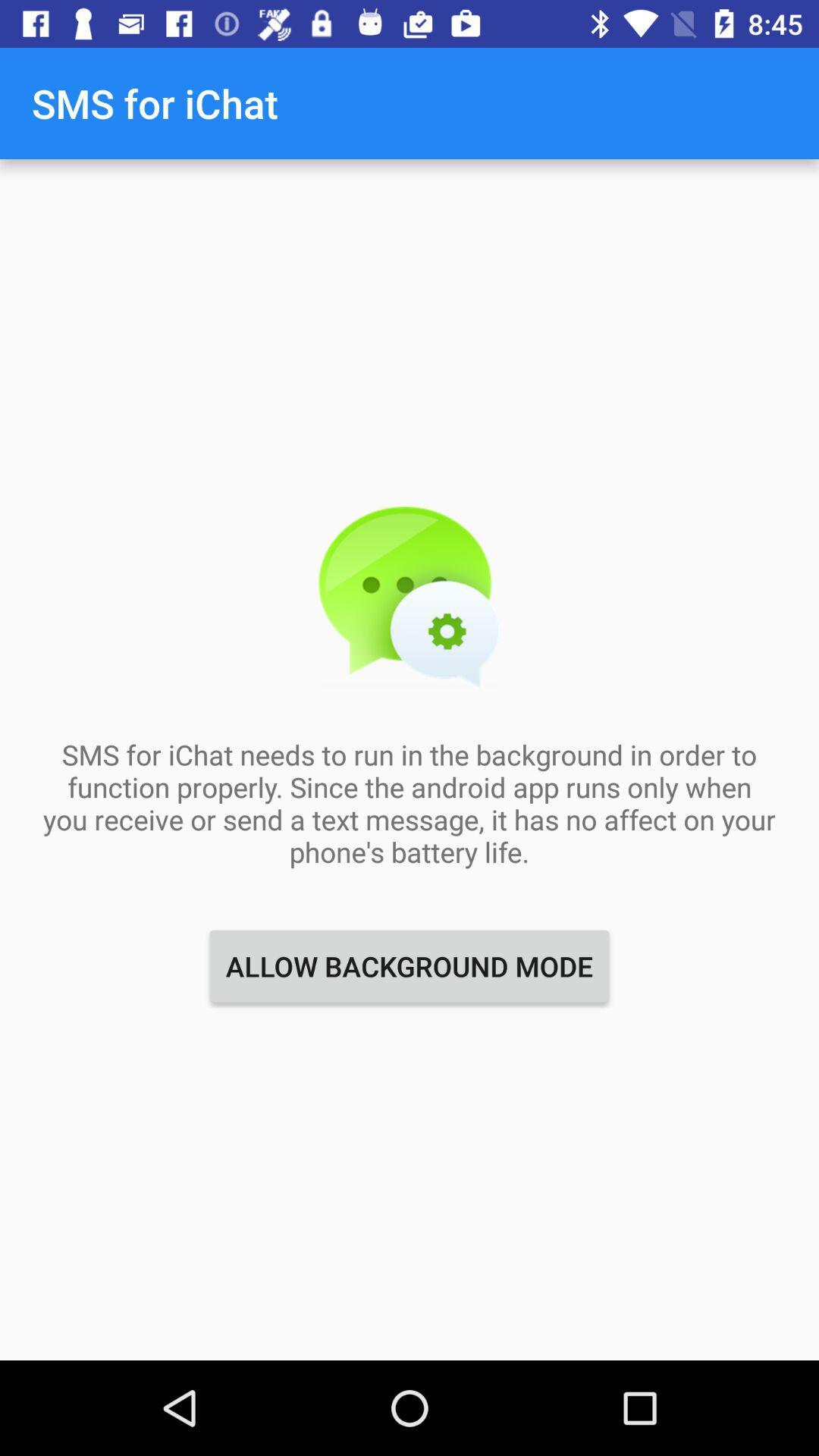  What do you see at coordinates (409, 965) in the screenshot?
I see `allow background mode` at bounding box center [409, 965].